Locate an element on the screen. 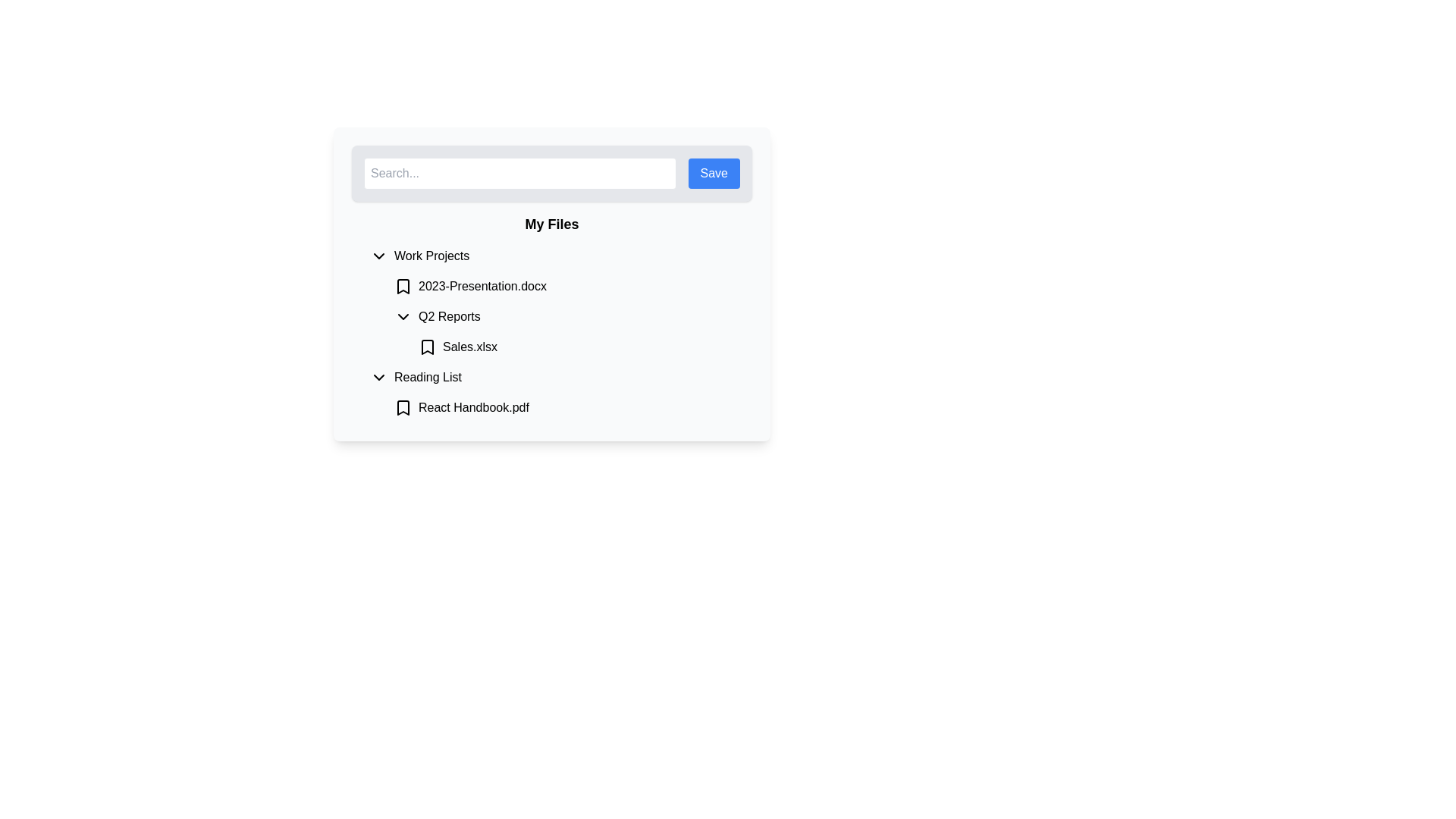 The width and height of the screenshot is (1456, 819). the List Item labeled '2023-Presentation.docx' is located at coordinates (570, 287).